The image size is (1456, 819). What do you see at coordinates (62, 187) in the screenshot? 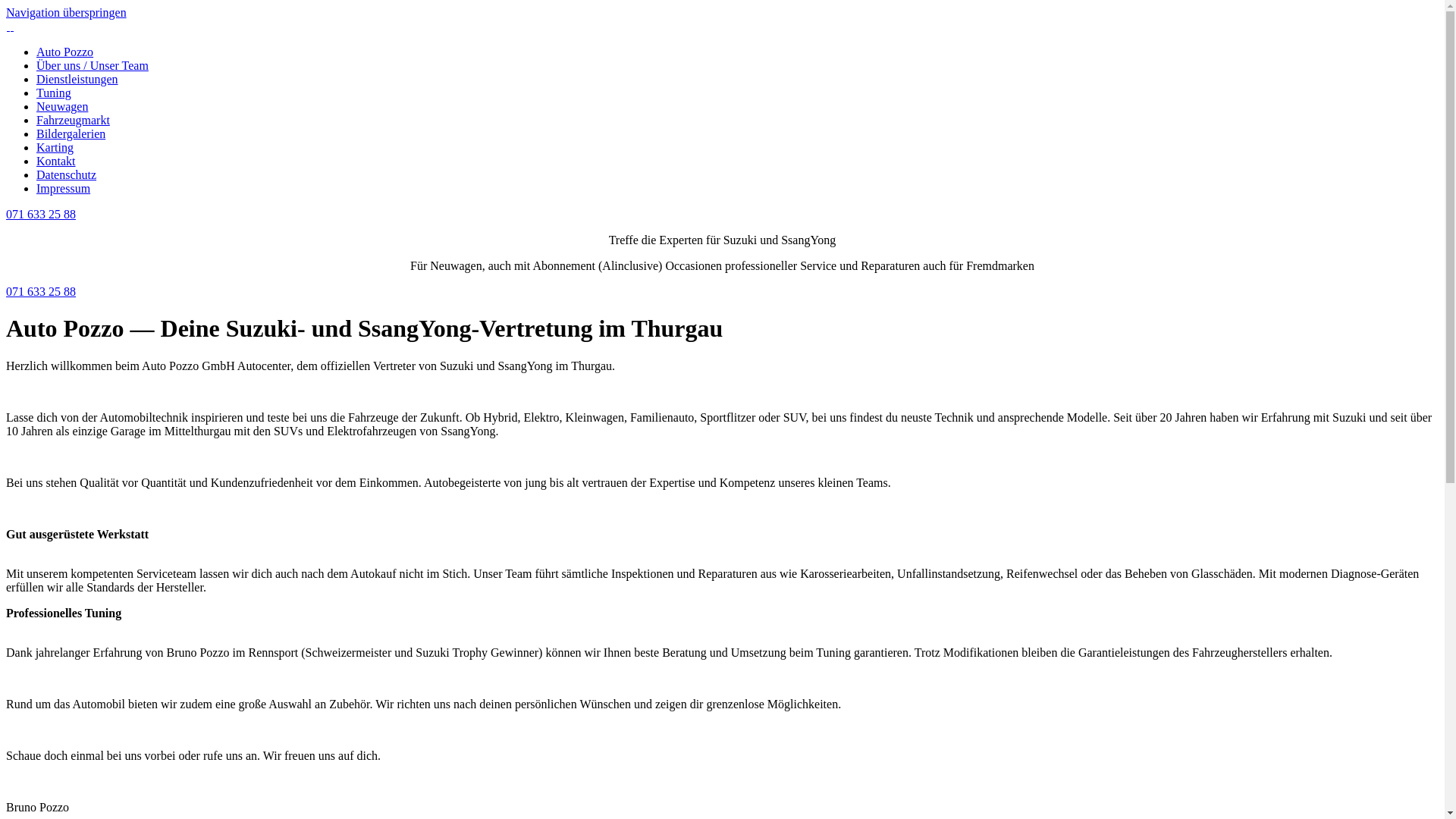
I see `'Impressum'` at bounding box center [62, 187].